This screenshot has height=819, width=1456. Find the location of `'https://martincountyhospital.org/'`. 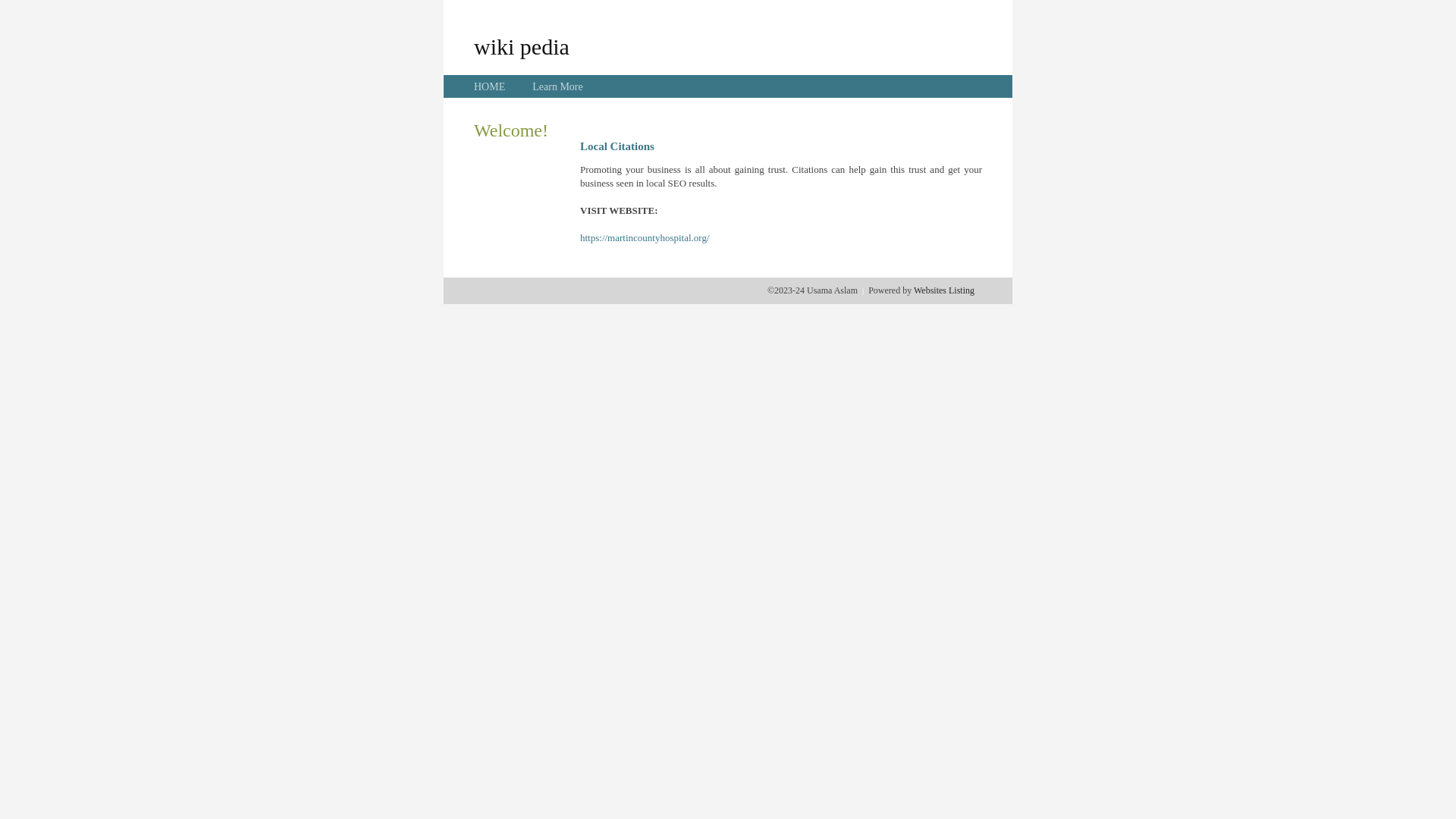

'https://martincountyhospital.org/' is located at coordinates (645, 237).